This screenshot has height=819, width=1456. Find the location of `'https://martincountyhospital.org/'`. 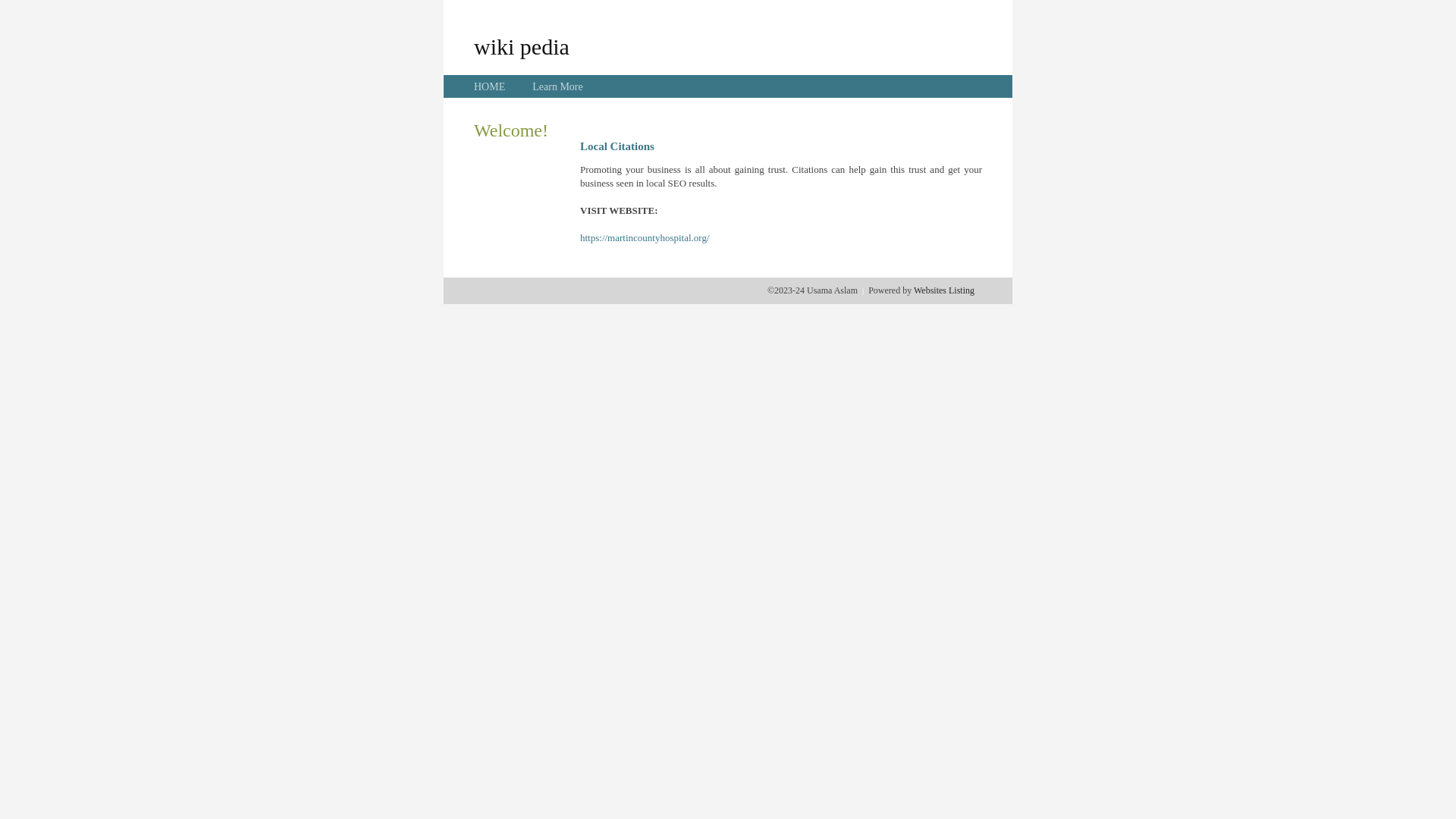

'https://martincountyhospital.org/' is located at coordinates (645, 237).